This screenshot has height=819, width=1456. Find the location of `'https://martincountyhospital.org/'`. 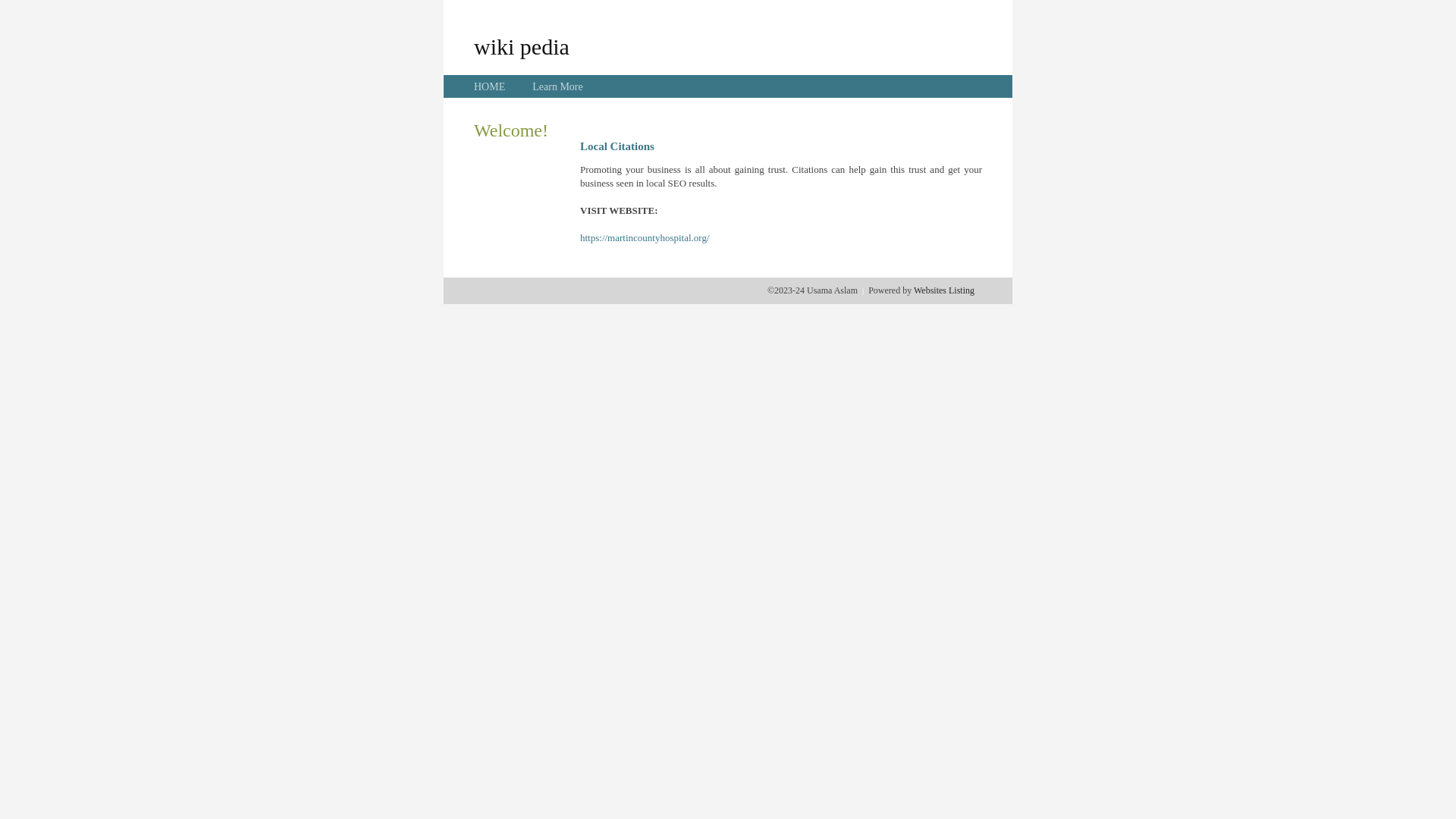

'https://martincountyhospital.org/' is located at coordinates (645, 237).